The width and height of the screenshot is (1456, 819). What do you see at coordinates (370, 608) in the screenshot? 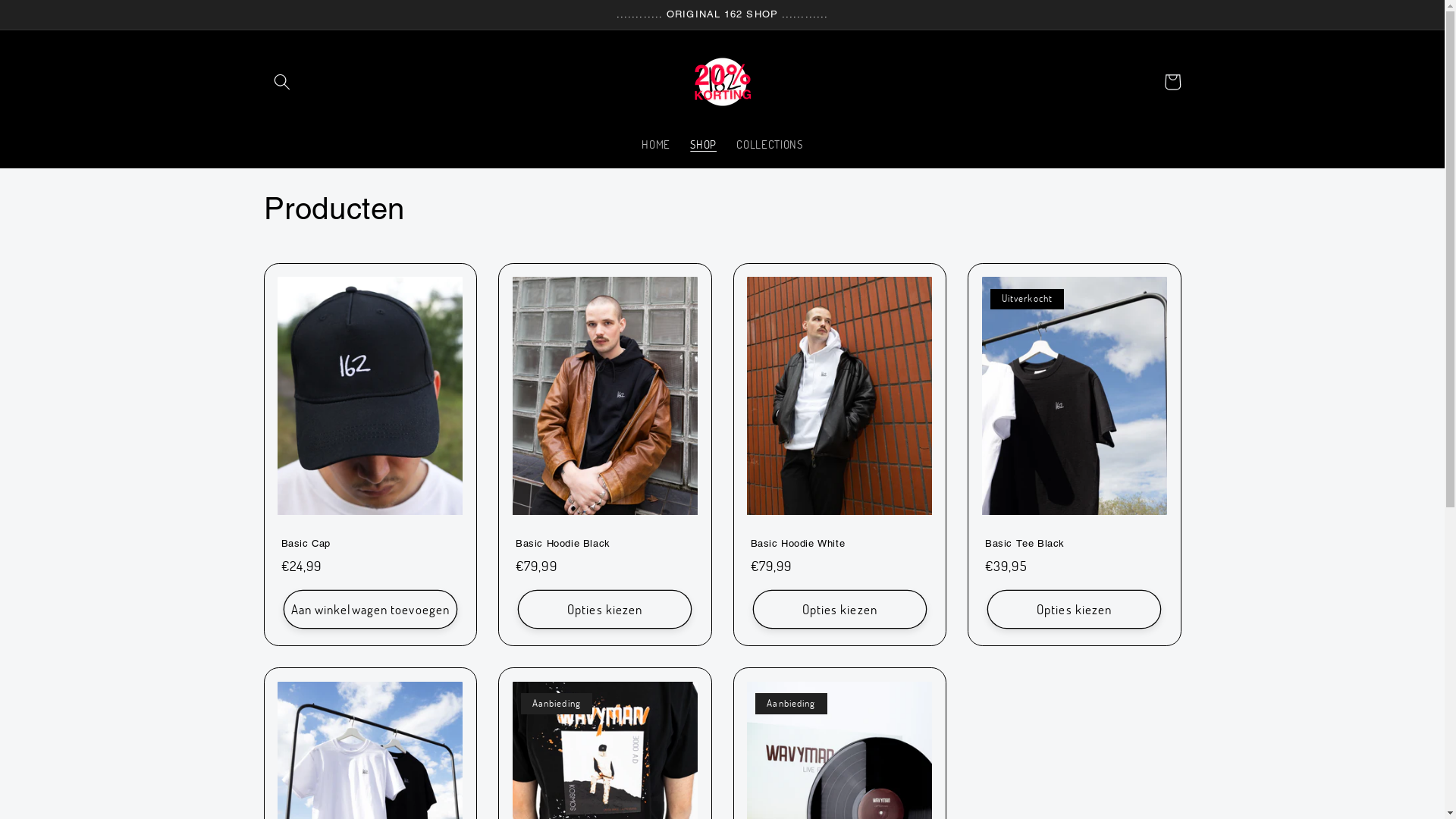
I see `'Aan winkelwagen toevoegen'` at bounding box center [370, 608].